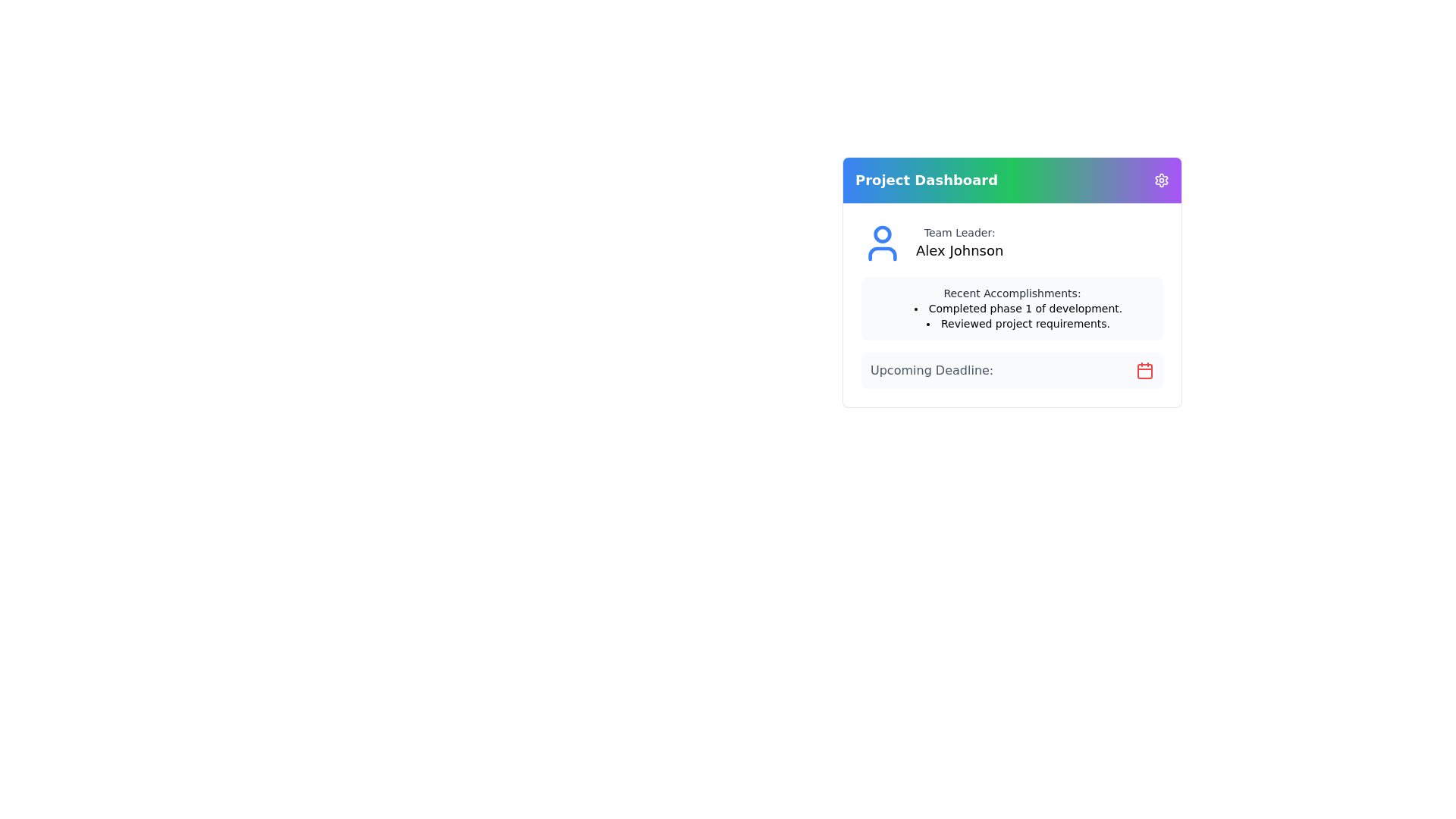 Image resolution: width=1456 pixels, height=819 pixels. Describe the element at coordinates (1018, 323) in the screenshot. I see `the text line saying 'Reviewed project requirements.' which is the second item in the bulleted list under the 'Recent Accomplishments' section of the project dashboard card` at that location.